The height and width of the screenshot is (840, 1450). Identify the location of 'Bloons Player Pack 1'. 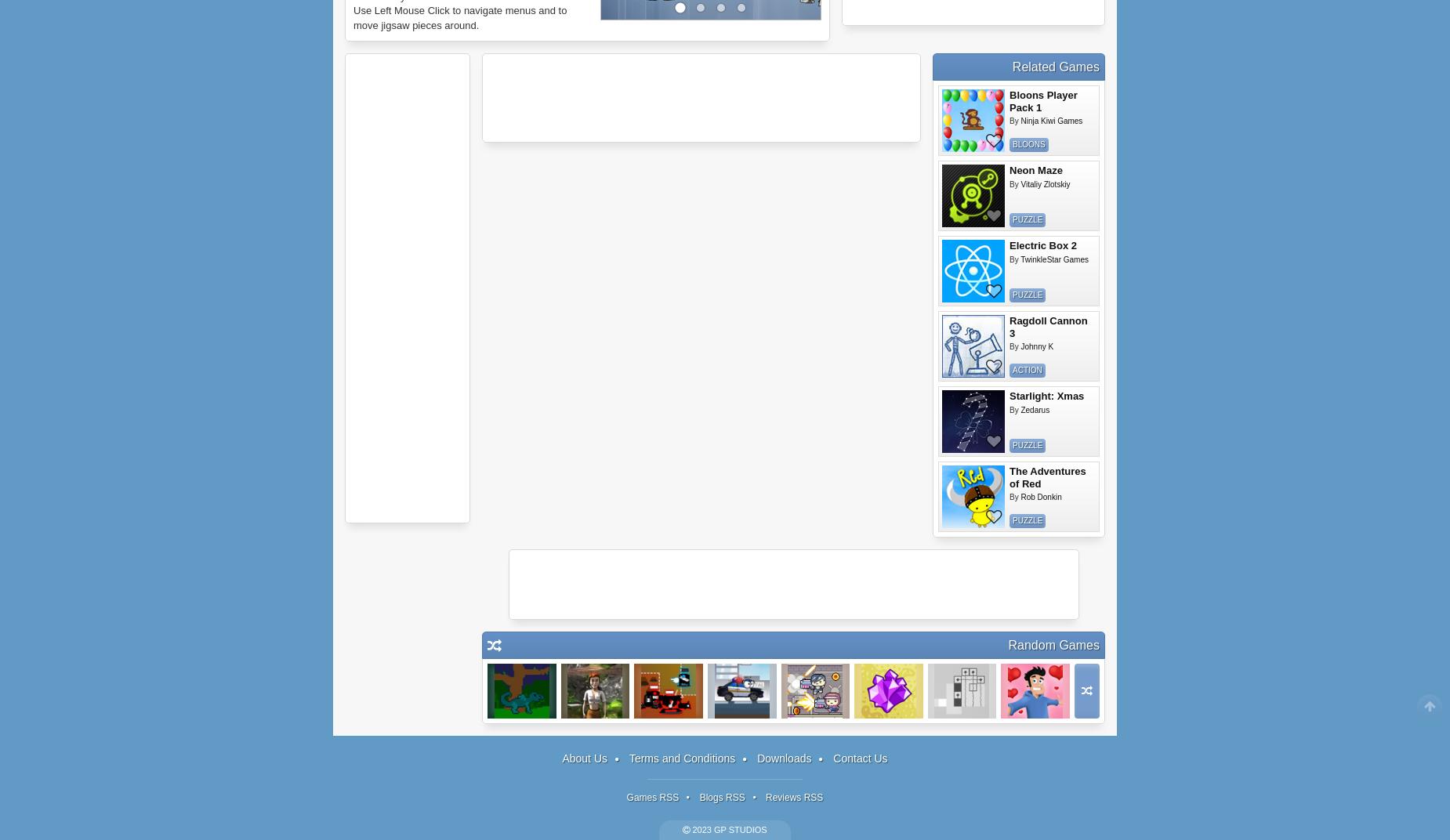
(1042, 100).